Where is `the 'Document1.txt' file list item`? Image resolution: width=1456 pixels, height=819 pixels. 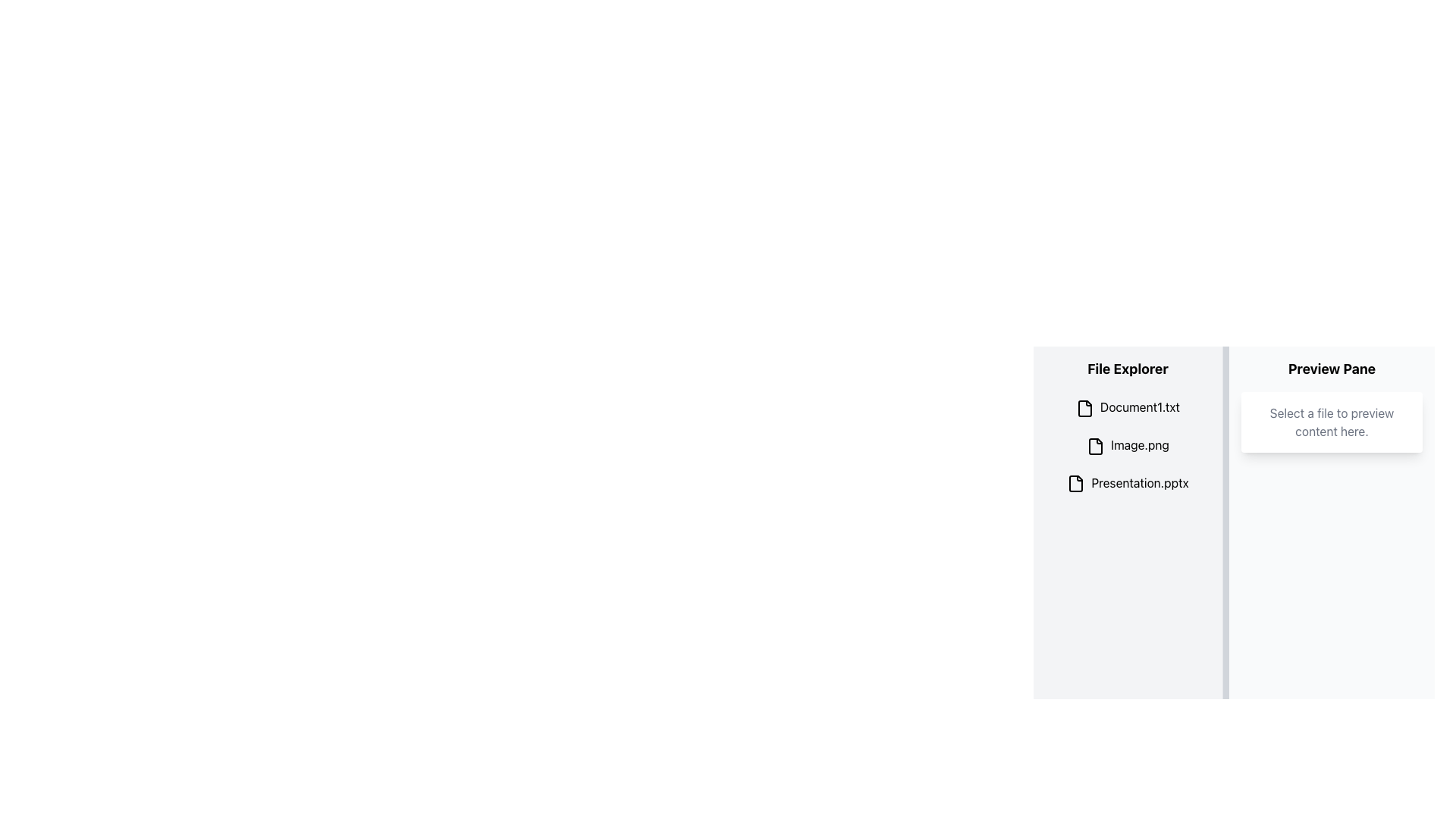 the 'Document1.txt' file list item is located at coordinates (1128, 406).